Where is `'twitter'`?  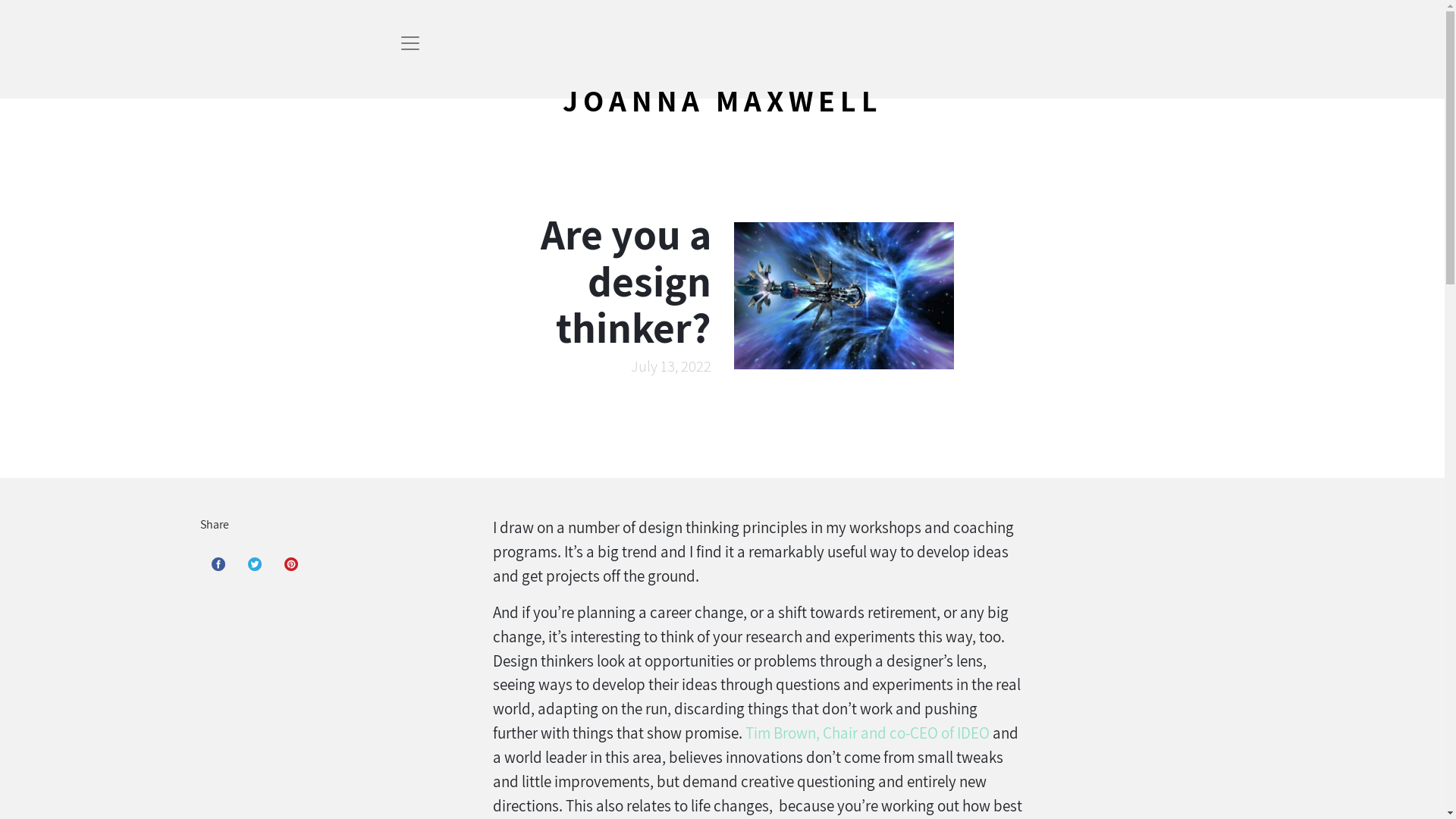 'twitter' is located at coordinates (255, 564).